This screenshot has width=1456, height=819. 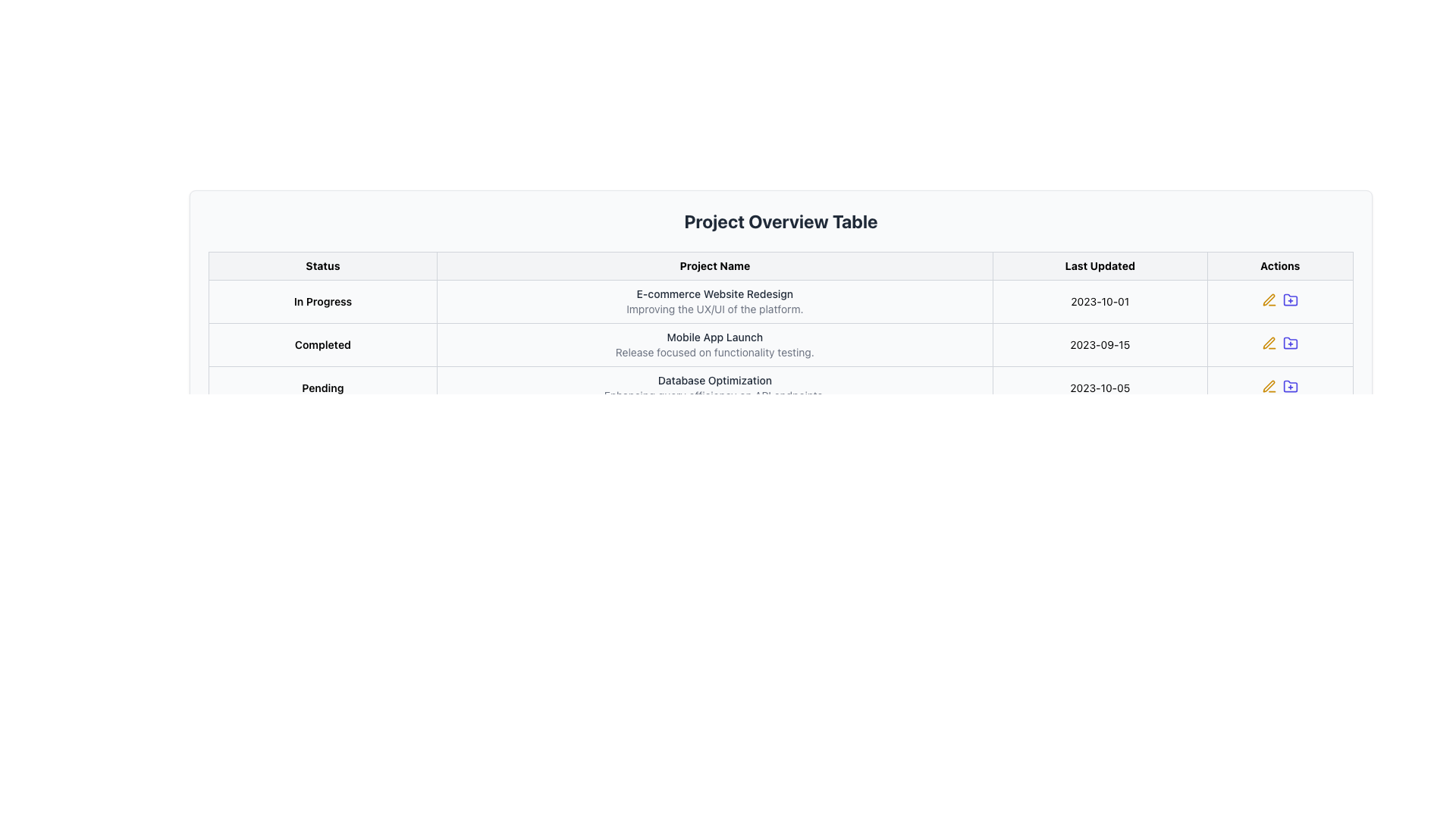 What do you see at coordinates (714, 345) in the screenshot?
I see `the text element that describes the project named 'Mobile App Launch', located in the second cell of the 'Project Name' column in the 'Completed' row` at bounding box center [714, 345].